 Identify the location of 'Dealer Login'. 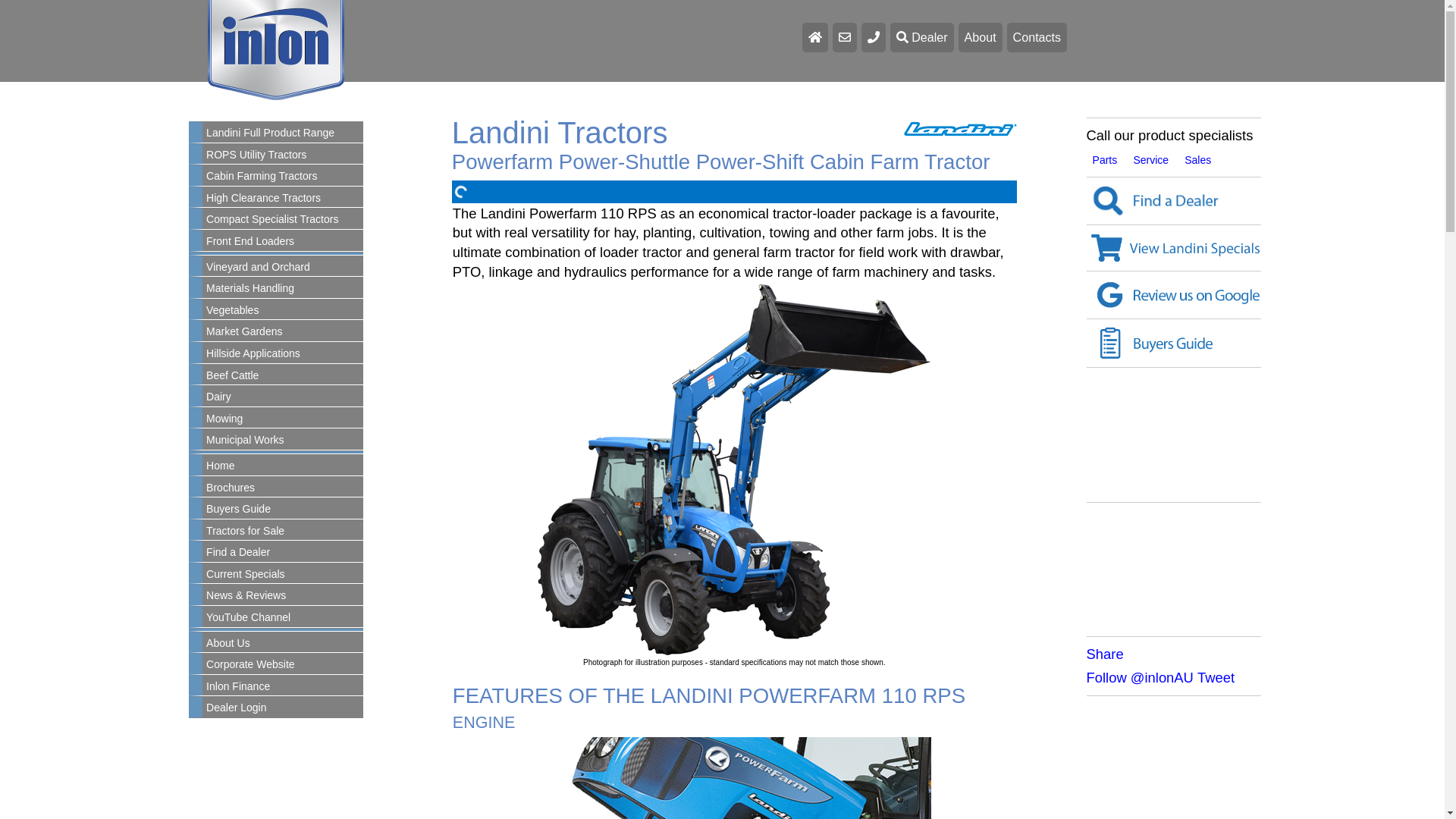
(283, 708).